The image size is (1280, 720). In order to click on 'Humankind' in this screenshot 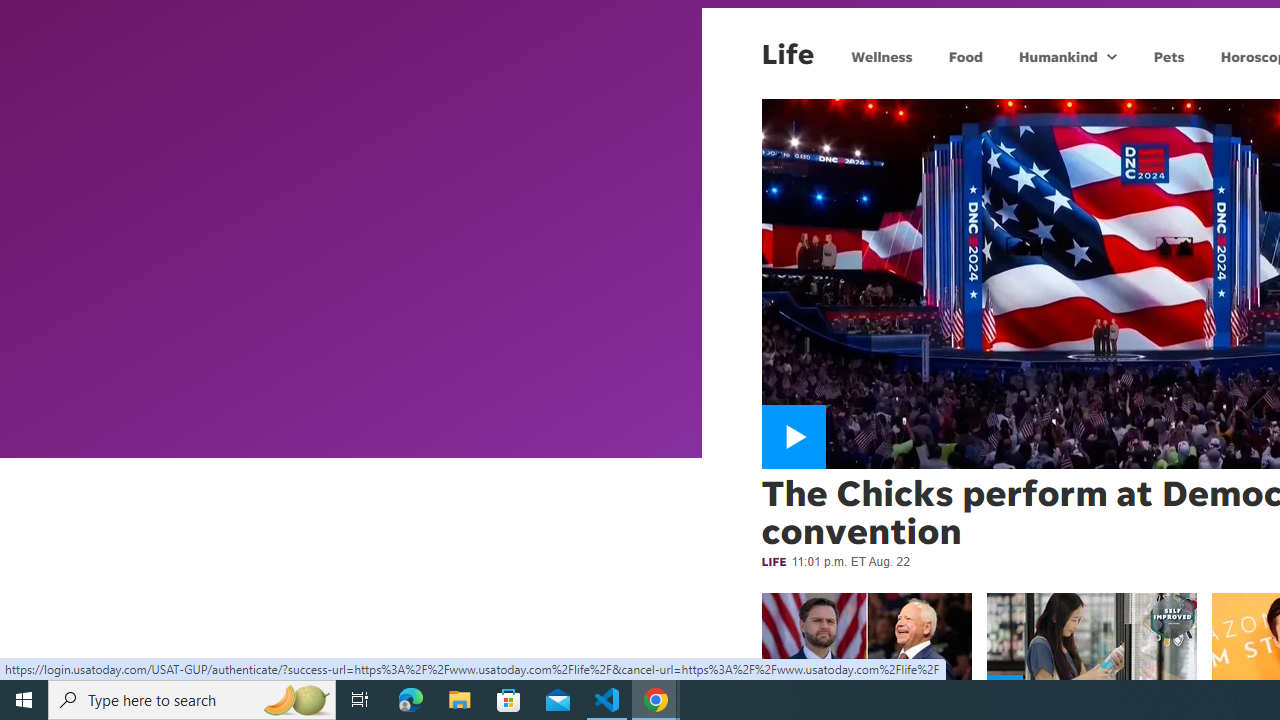, I will do `click(1055, 55)`.